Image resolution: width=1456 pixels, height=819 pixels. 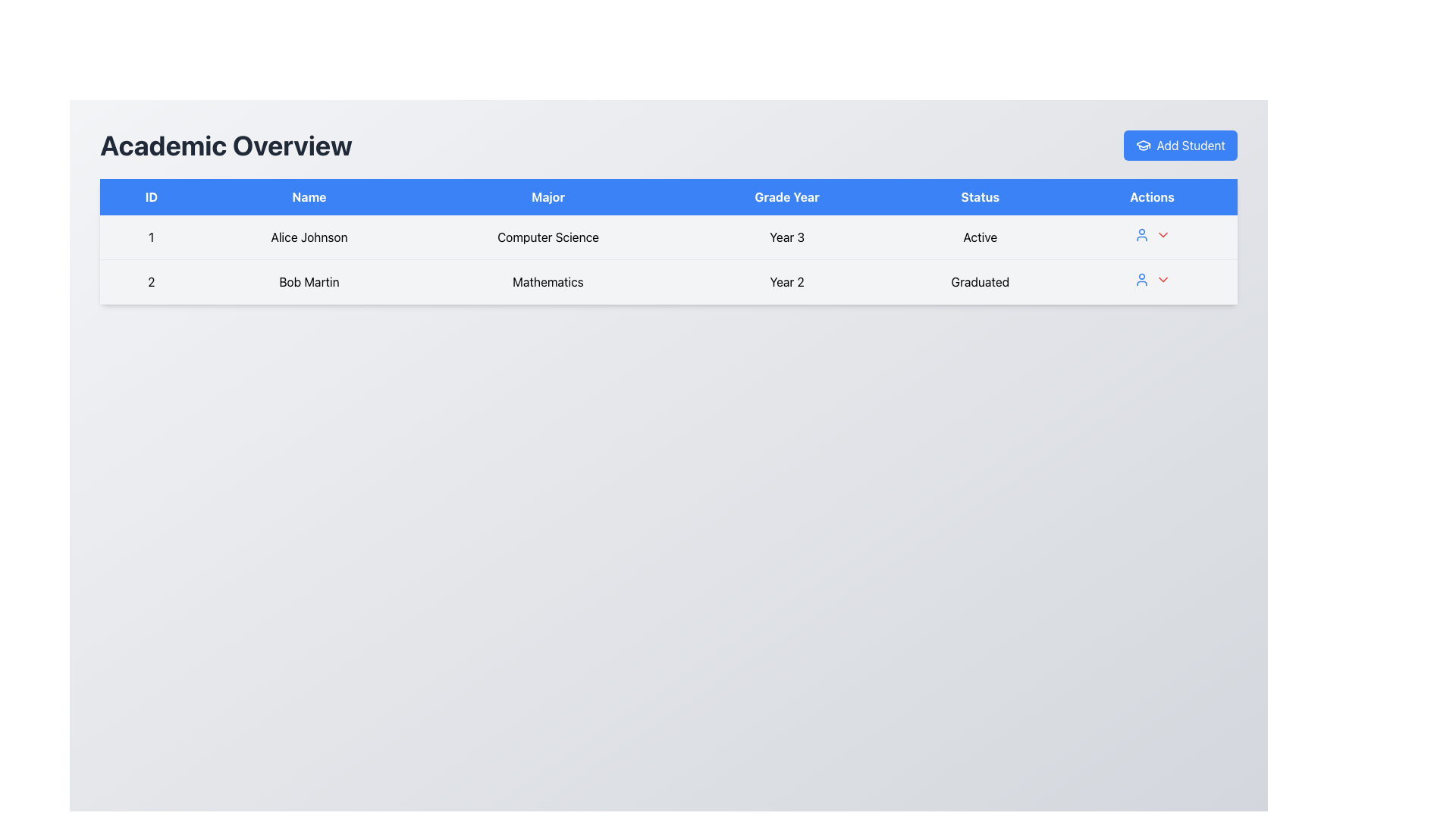 What do you see at coordinates (787, 196) in the screenshot?
I see `the 'Grade Year' header label in the table, which indicates the type of data presented in this column, positioned between 'Major' and 'Status'` at bounding box center [787, 196].